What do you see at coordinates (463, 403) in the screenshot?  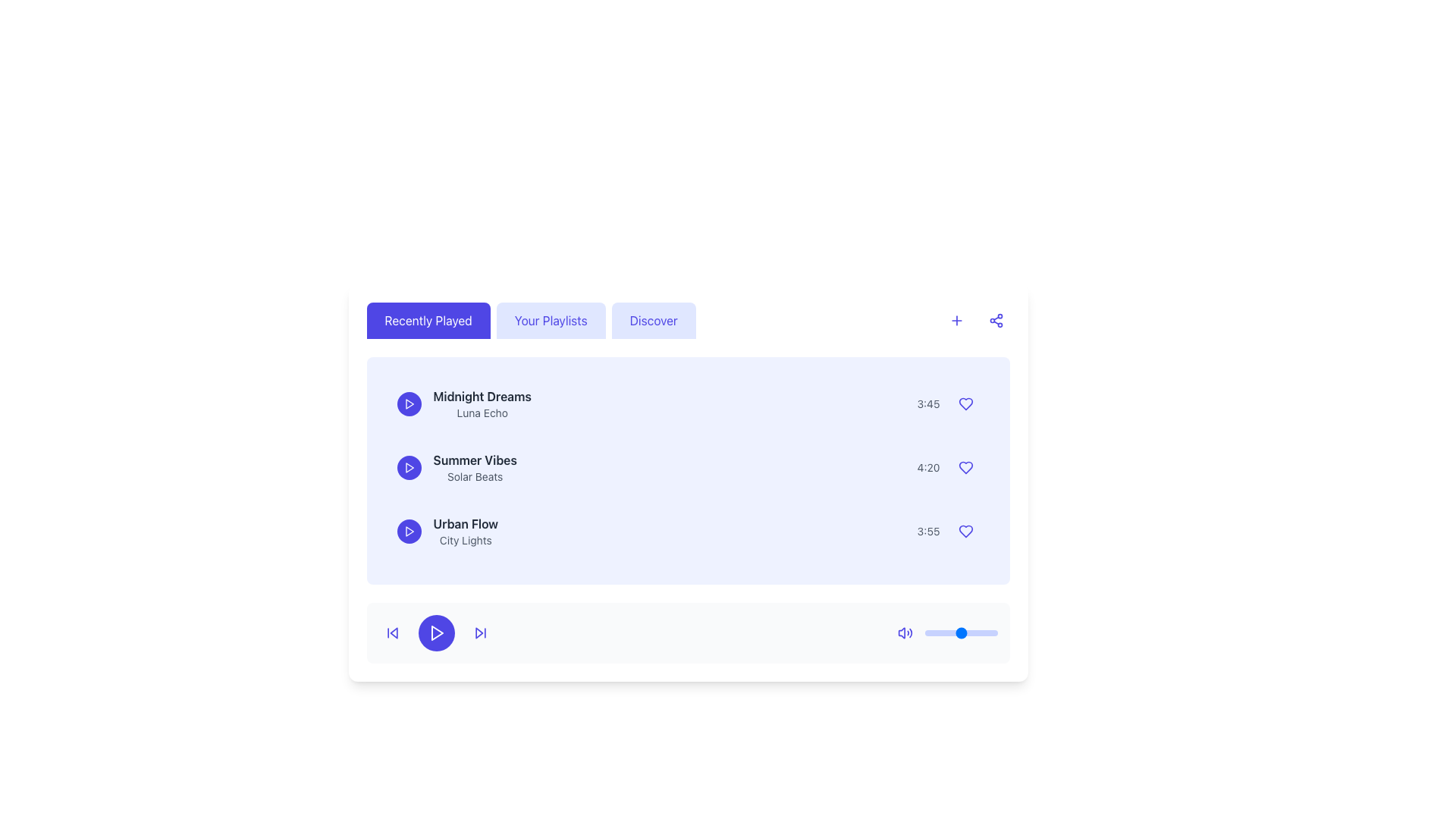 I see `displayed title and artist information of the first song entry in the vertical list, which is represented by the Text display component` at bounding box center [463, 403].